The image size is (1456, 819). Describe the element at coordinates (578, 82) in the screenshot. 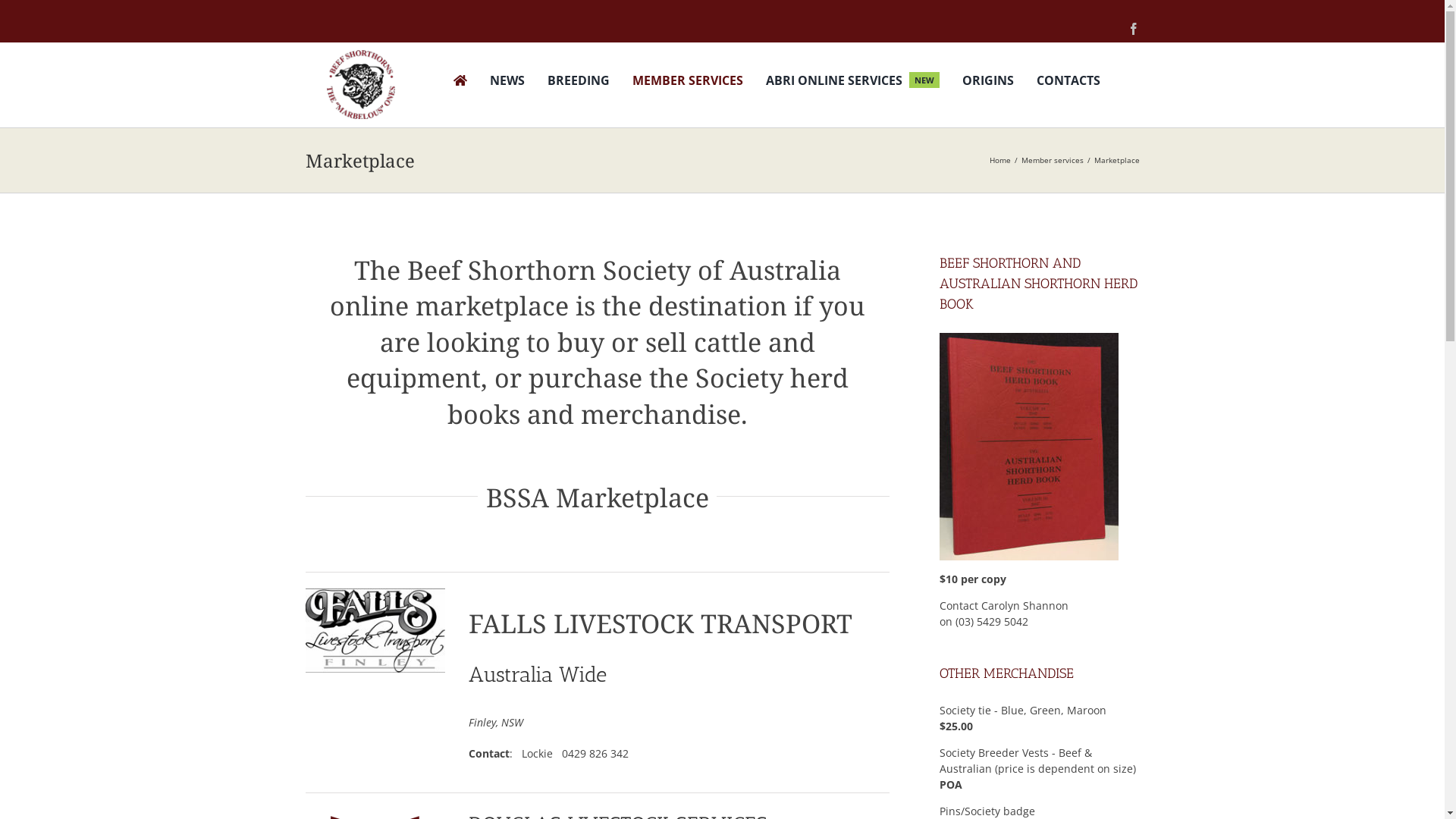

I see `'BREEDING'` at that location.